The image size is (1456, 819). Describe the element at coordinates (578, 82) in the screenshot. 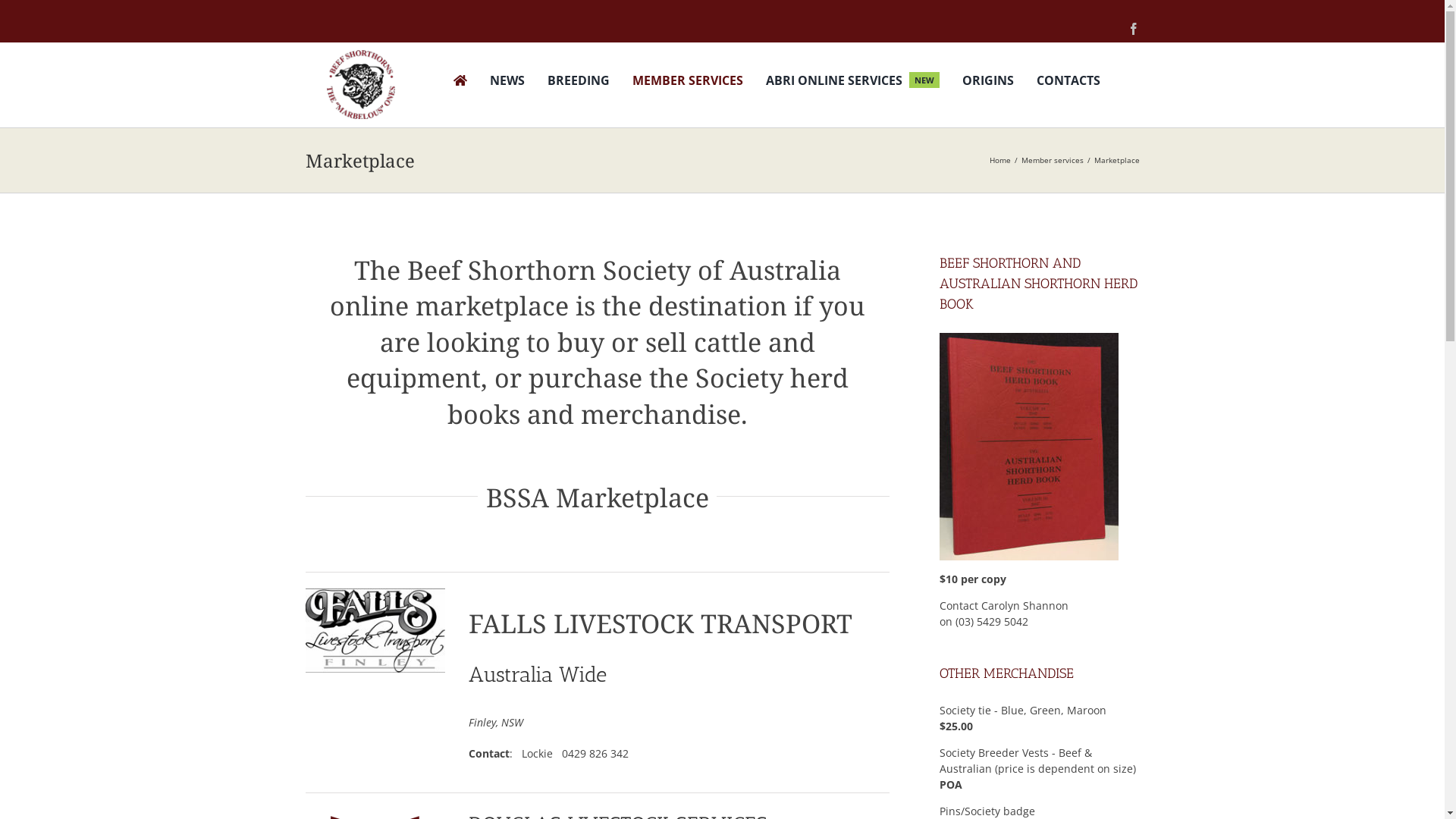

I see `'BREEDING'` at that location.